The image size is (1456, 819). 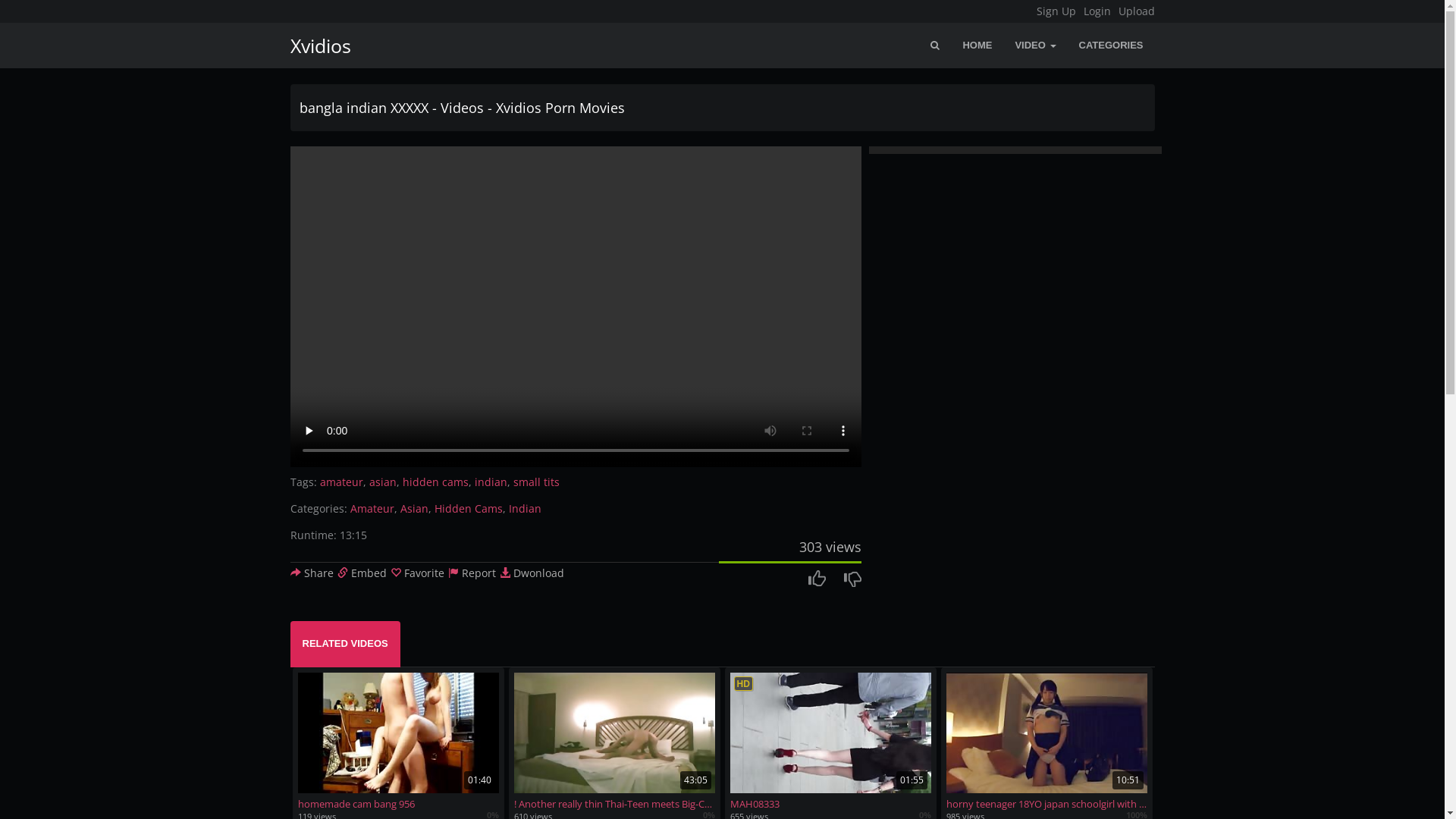 What do you see at coordinates (1096, 11) in the screenshot?
I see `'Login'` at bounding box center [1096, 11].